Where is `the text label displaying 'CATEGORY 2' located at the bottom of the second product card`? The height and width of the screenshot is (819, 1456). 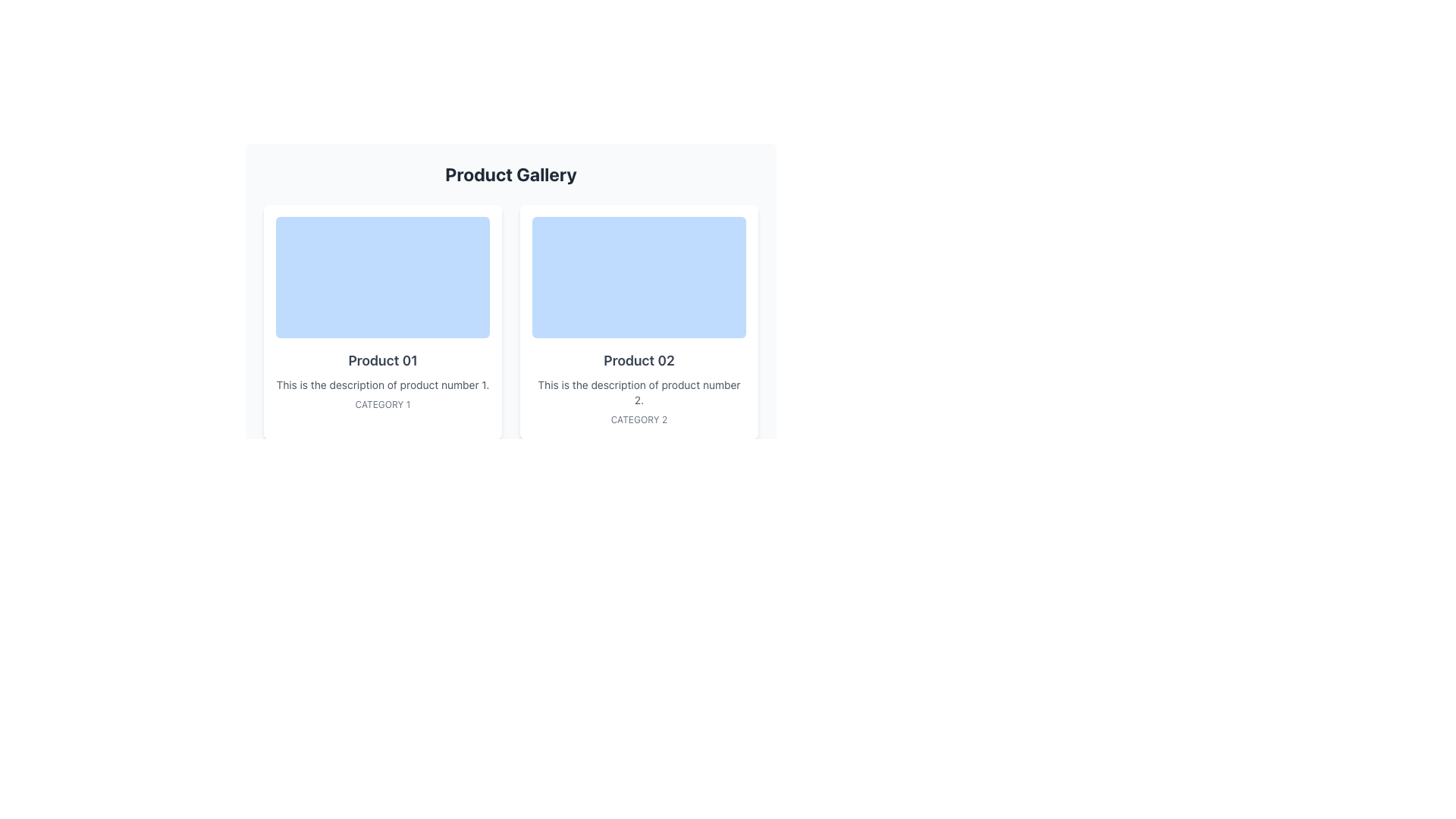
the text label displaying 'CATEGORY 2' located at the bottom of the second product card is located at coordinates (639, 420).